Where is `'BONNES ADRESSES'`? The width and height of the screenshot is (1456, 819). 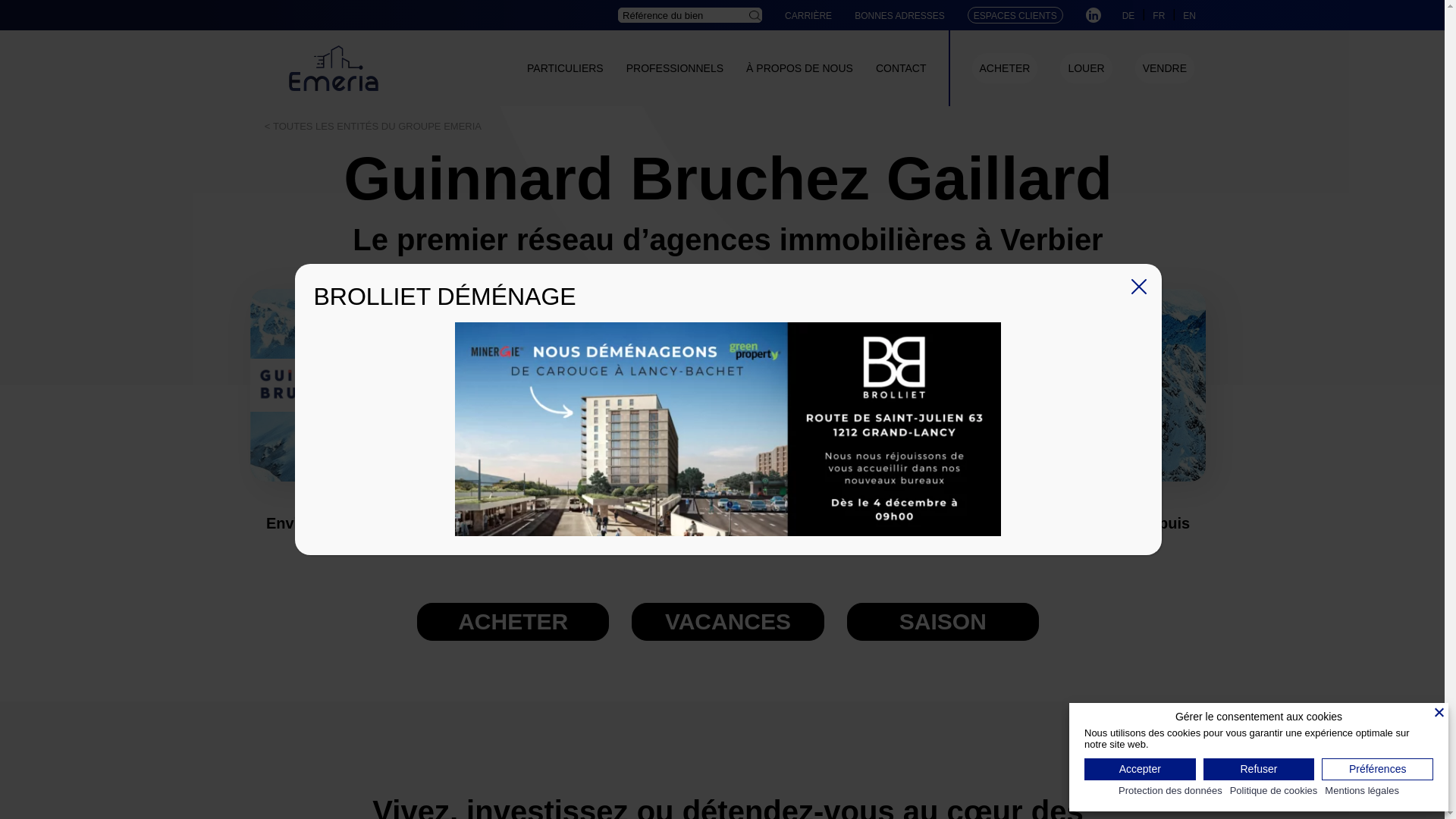
'BONNES ADRESSES' is located at coordinates (899, 15).